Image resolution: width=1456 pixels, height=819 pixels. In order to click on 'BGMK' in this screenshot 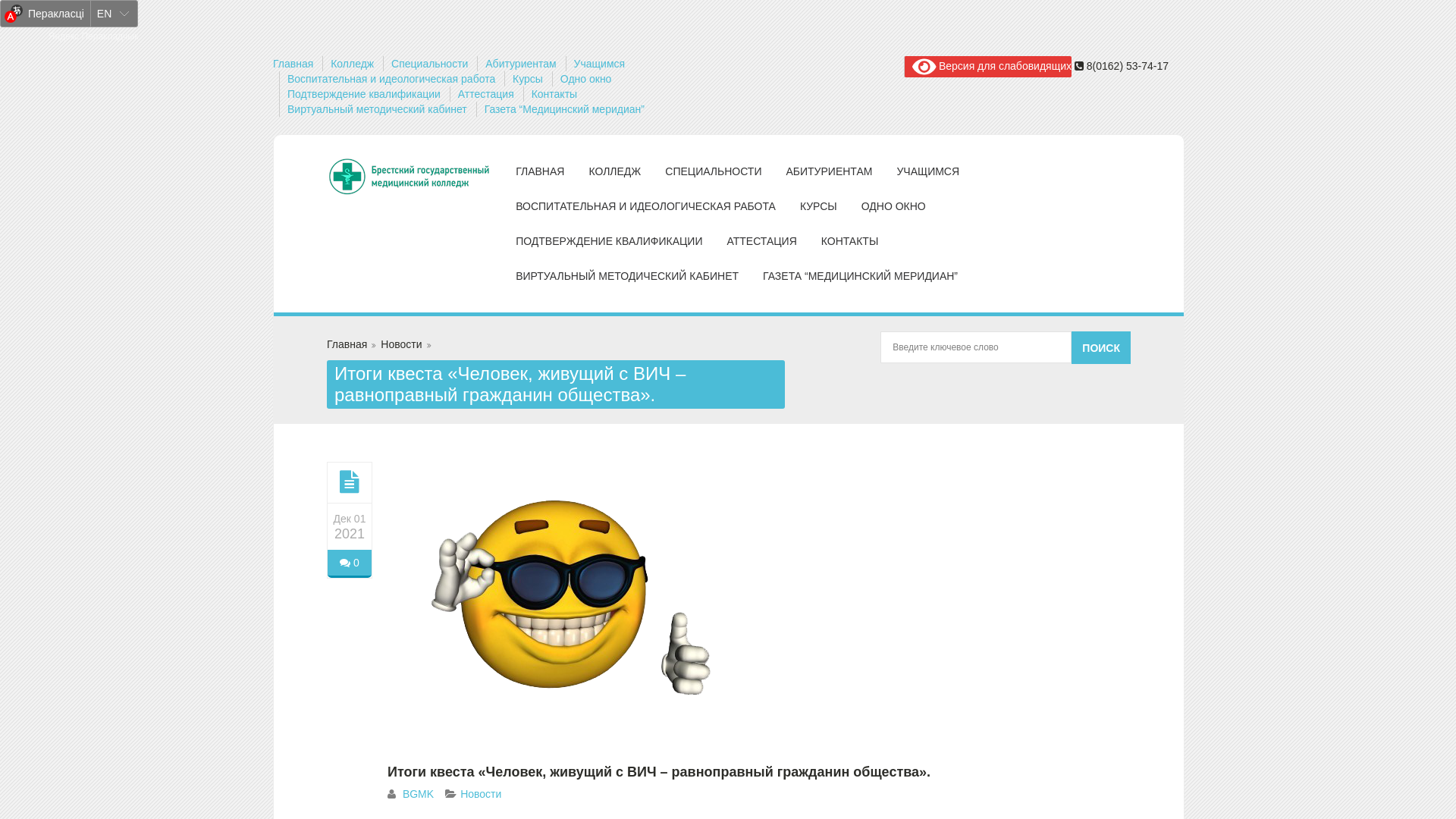, I will do `click(418, 792)`.